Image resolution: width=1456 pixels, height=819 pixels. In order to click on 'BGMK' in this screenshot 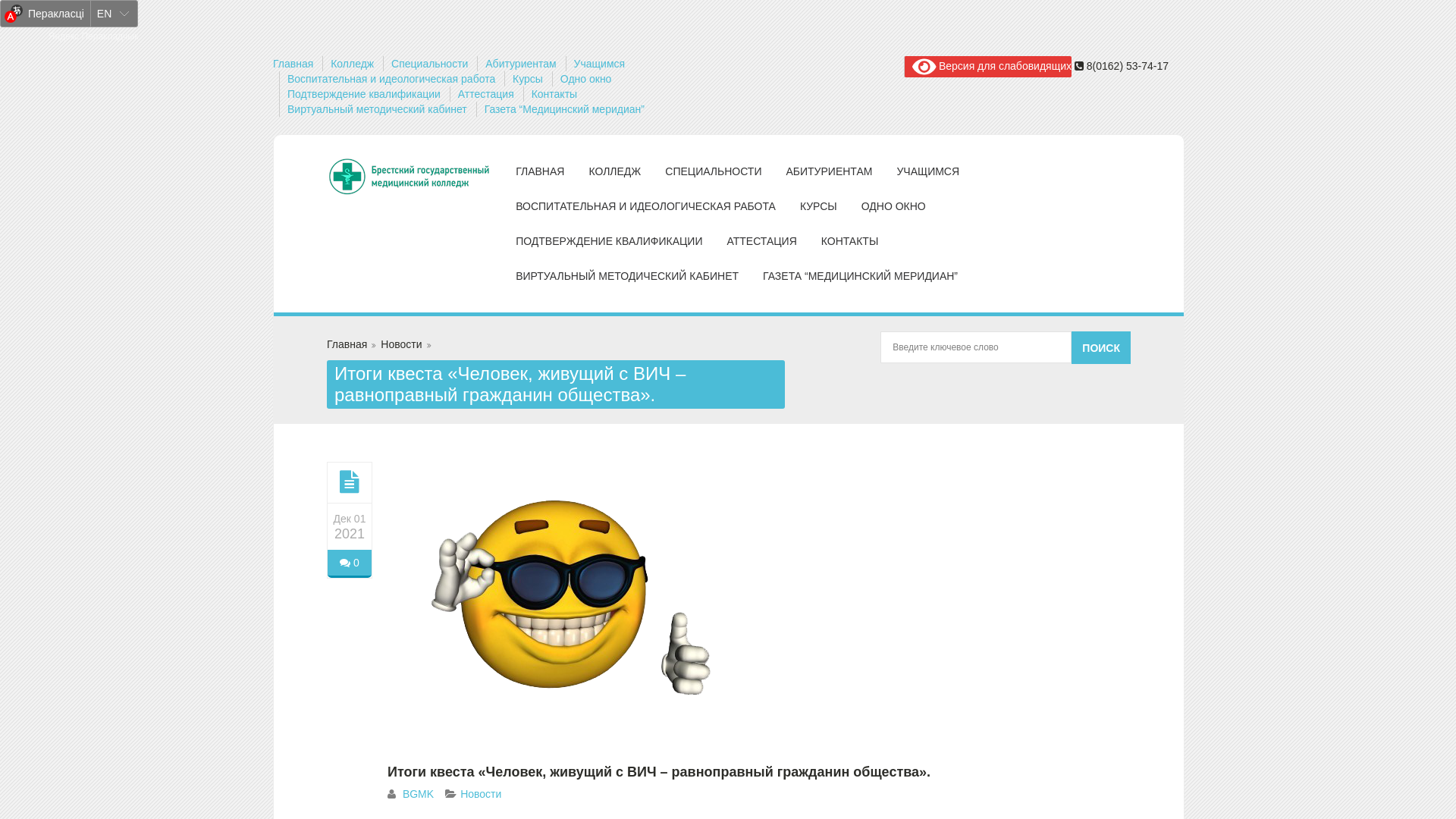, I will do `click(418, 792)`.